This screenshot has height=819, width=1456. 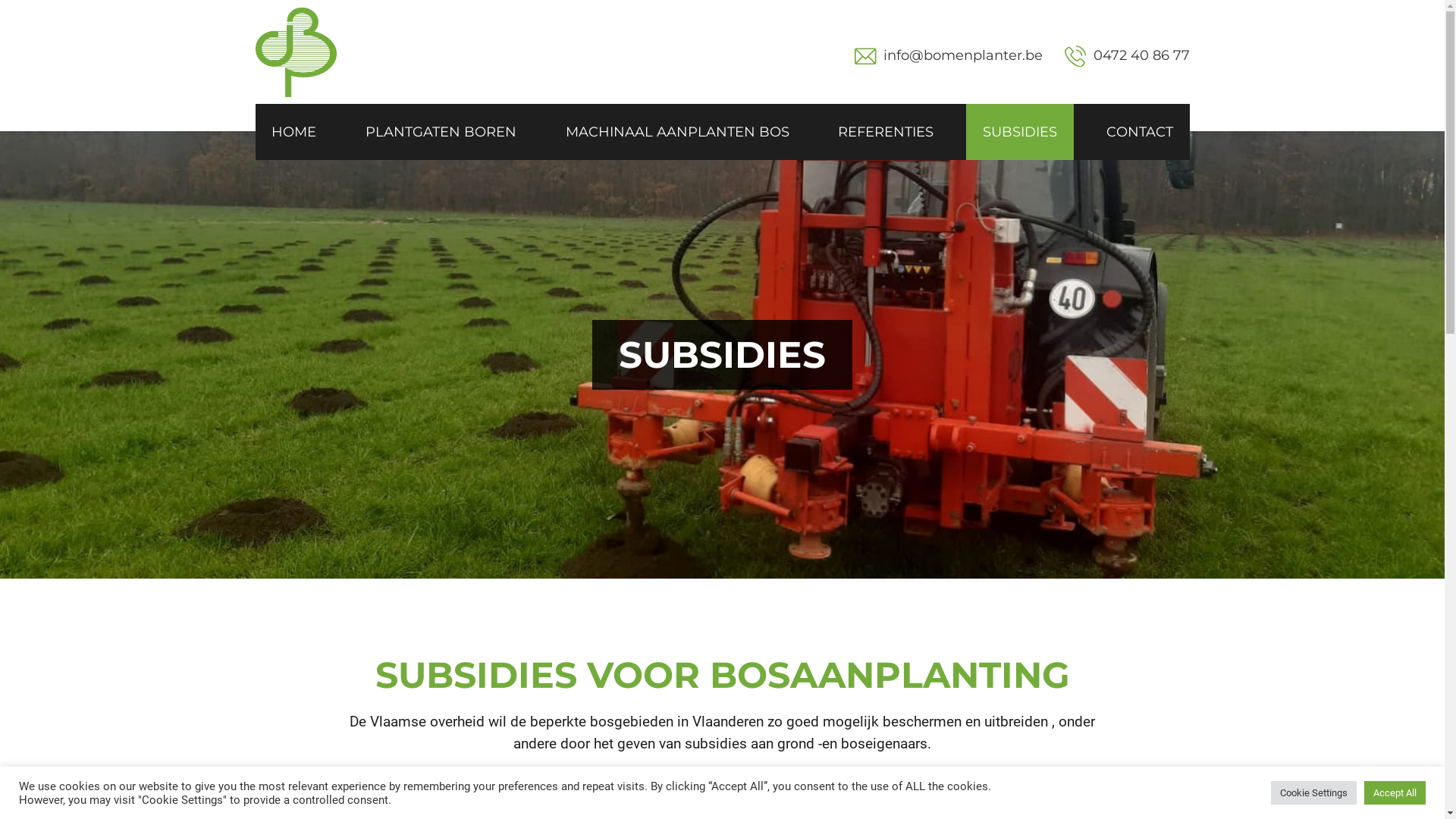 I want to click on 'REFERENTIES', so click(x=821, y=130).